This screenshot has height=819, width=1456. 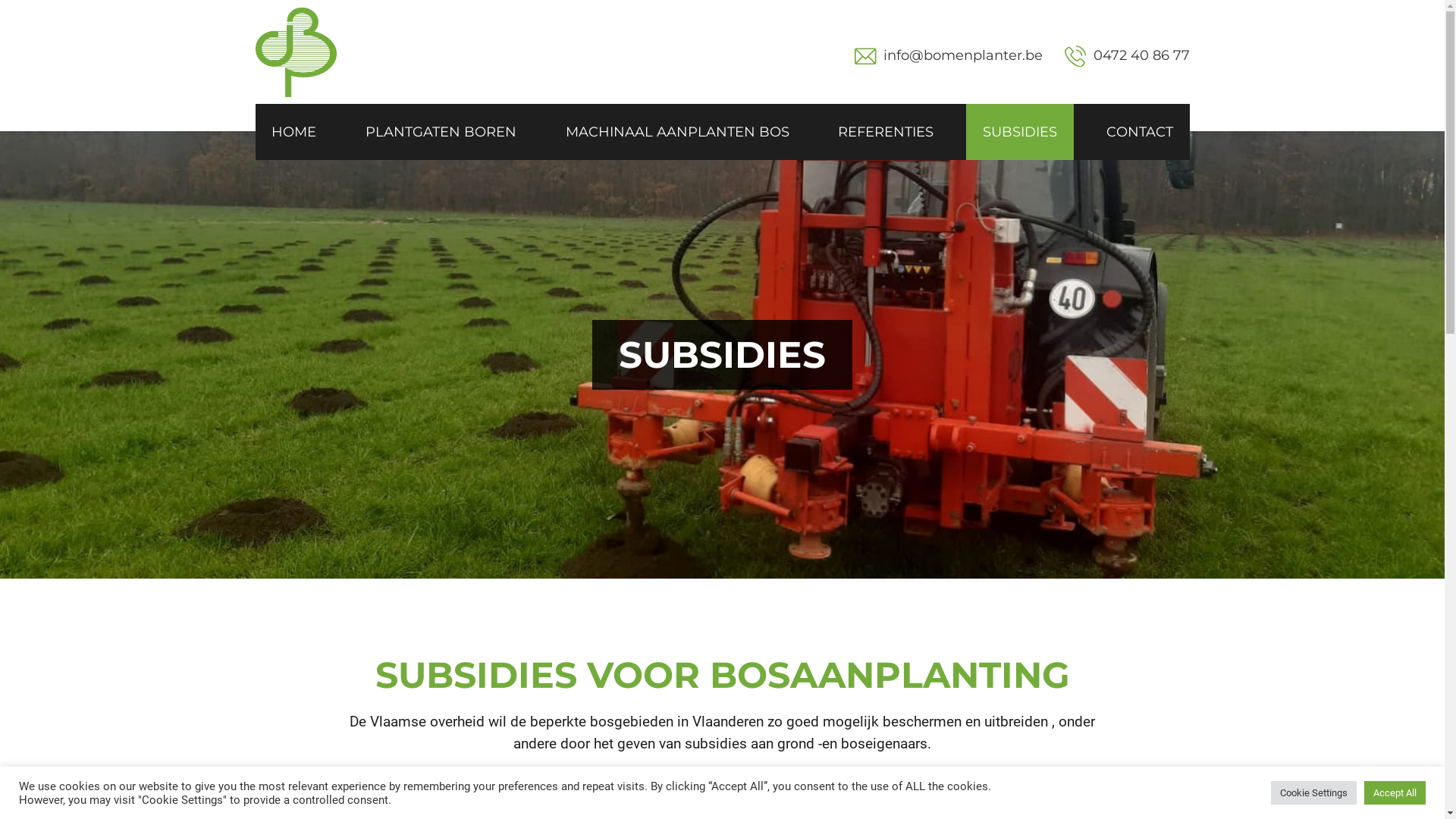 I want to click on 'REFERENTIES', so click(x=821, y=130).